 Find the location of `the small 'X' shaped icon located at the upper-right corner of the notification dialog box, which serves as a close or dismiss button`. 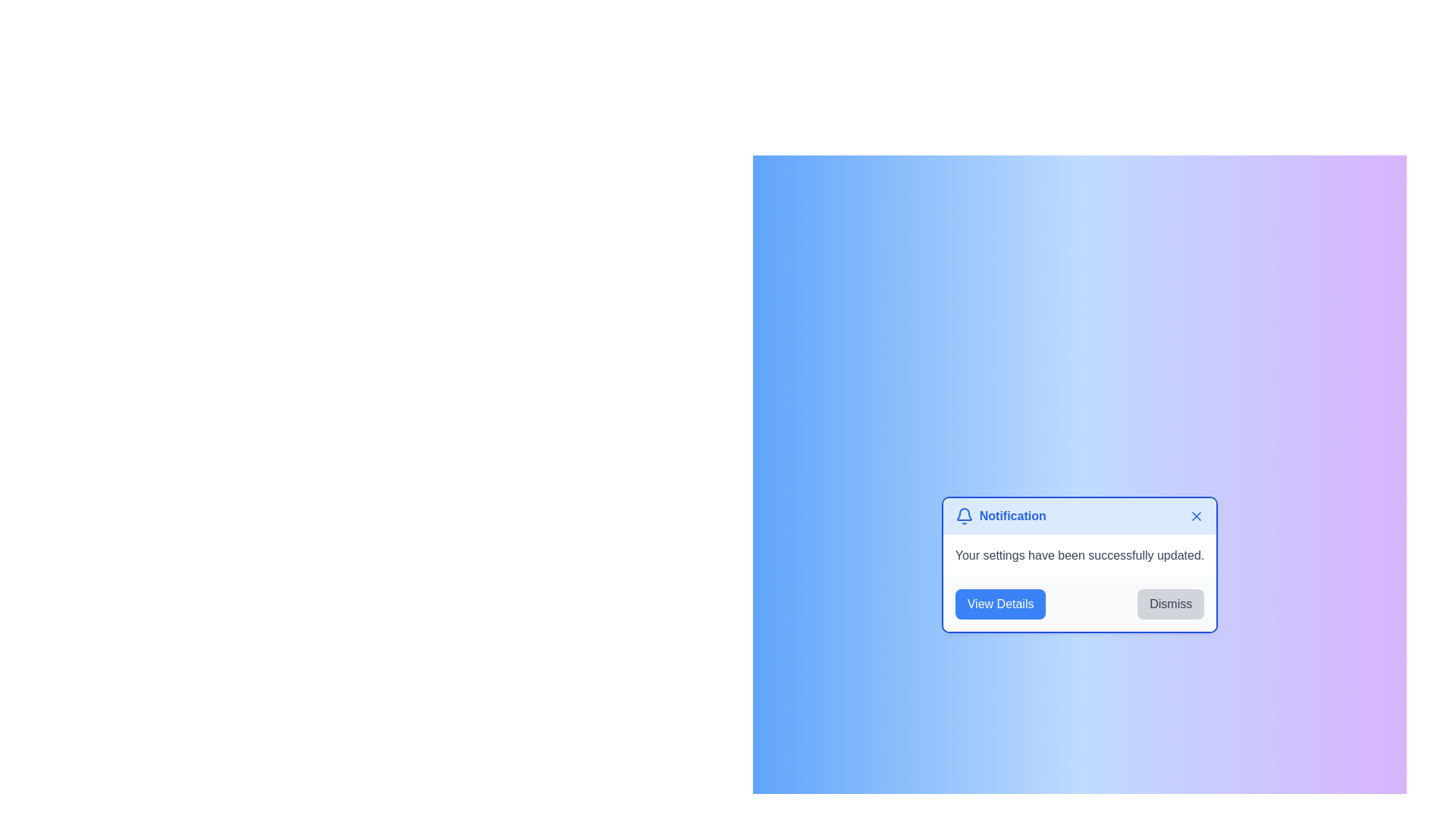

the small 'X' shaped icon located at the upper-right corner of the notification dialog box, which serves as a close or dismiss button is located at coordinates (1196, 516).